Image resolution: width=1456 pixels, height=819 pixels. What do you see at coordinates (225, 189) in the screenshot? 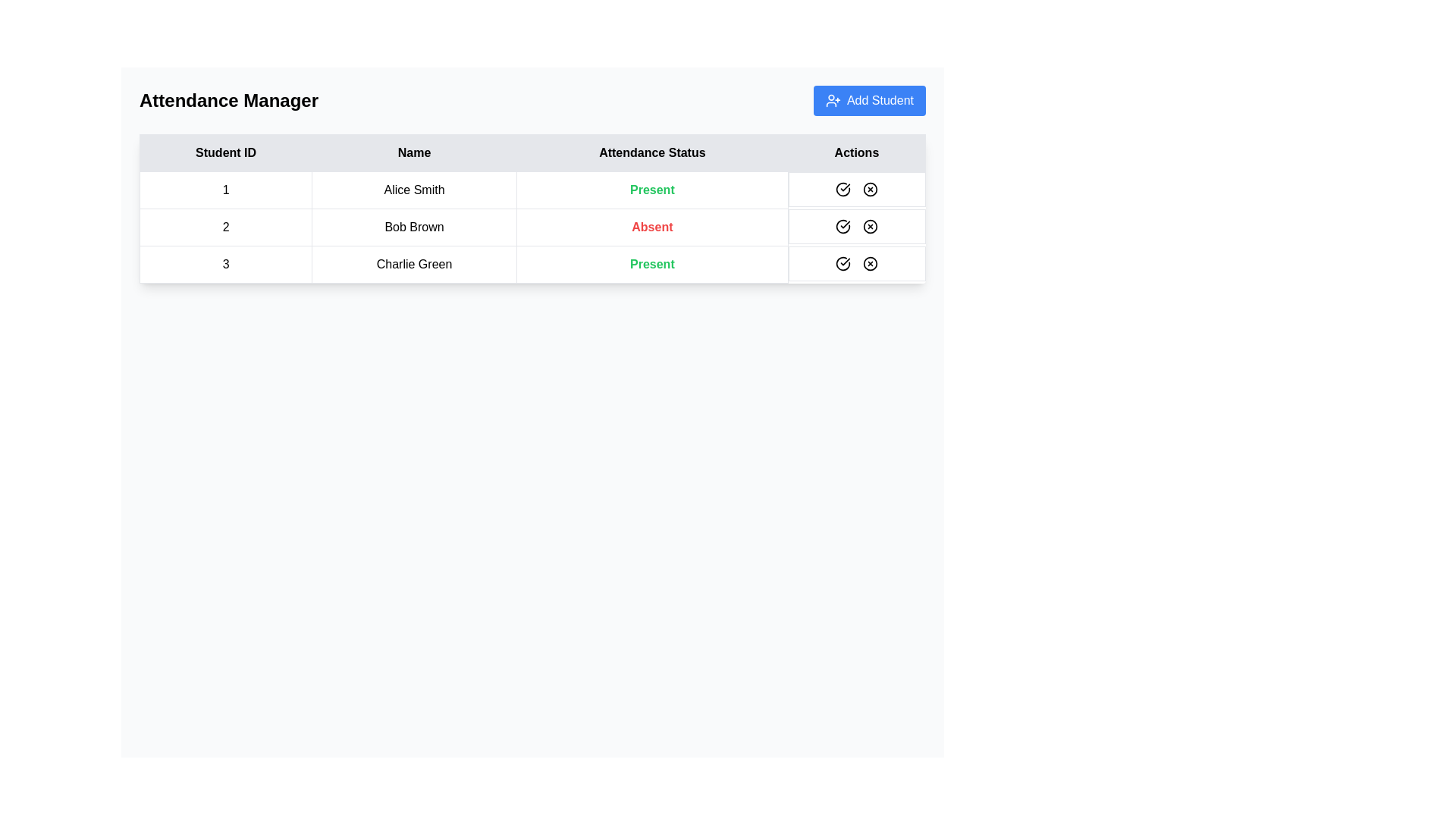
I see `the static text element containing the text '1' in the first cell of the 'Student ID' column in the attendance table, assigned to 'Alice Smith'` at bounding box center [225, 189].